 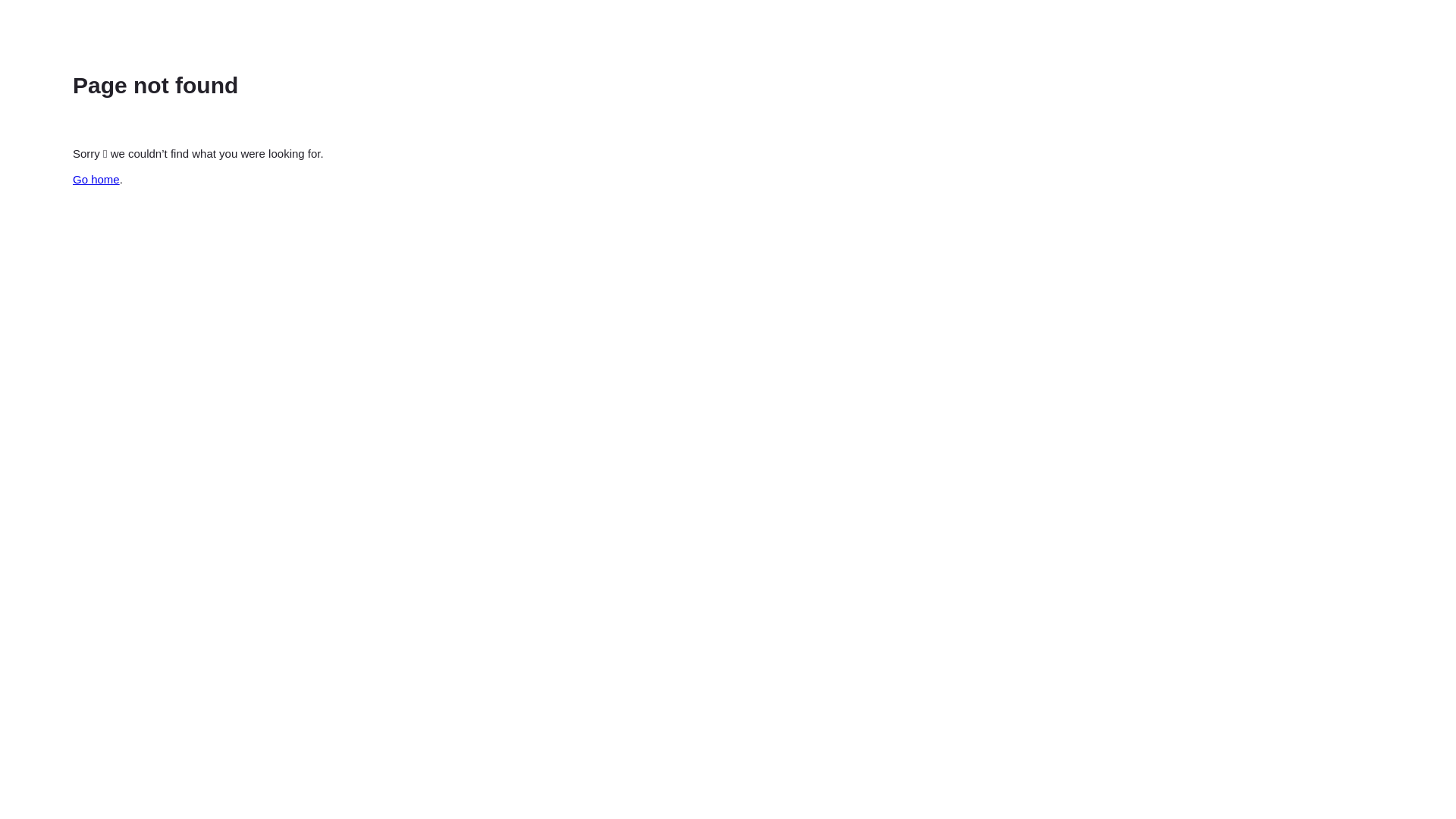 What do you see at coordinates (95, 178) in the screenshot?
I see `'Go home'` at bounding box center [95, 178].